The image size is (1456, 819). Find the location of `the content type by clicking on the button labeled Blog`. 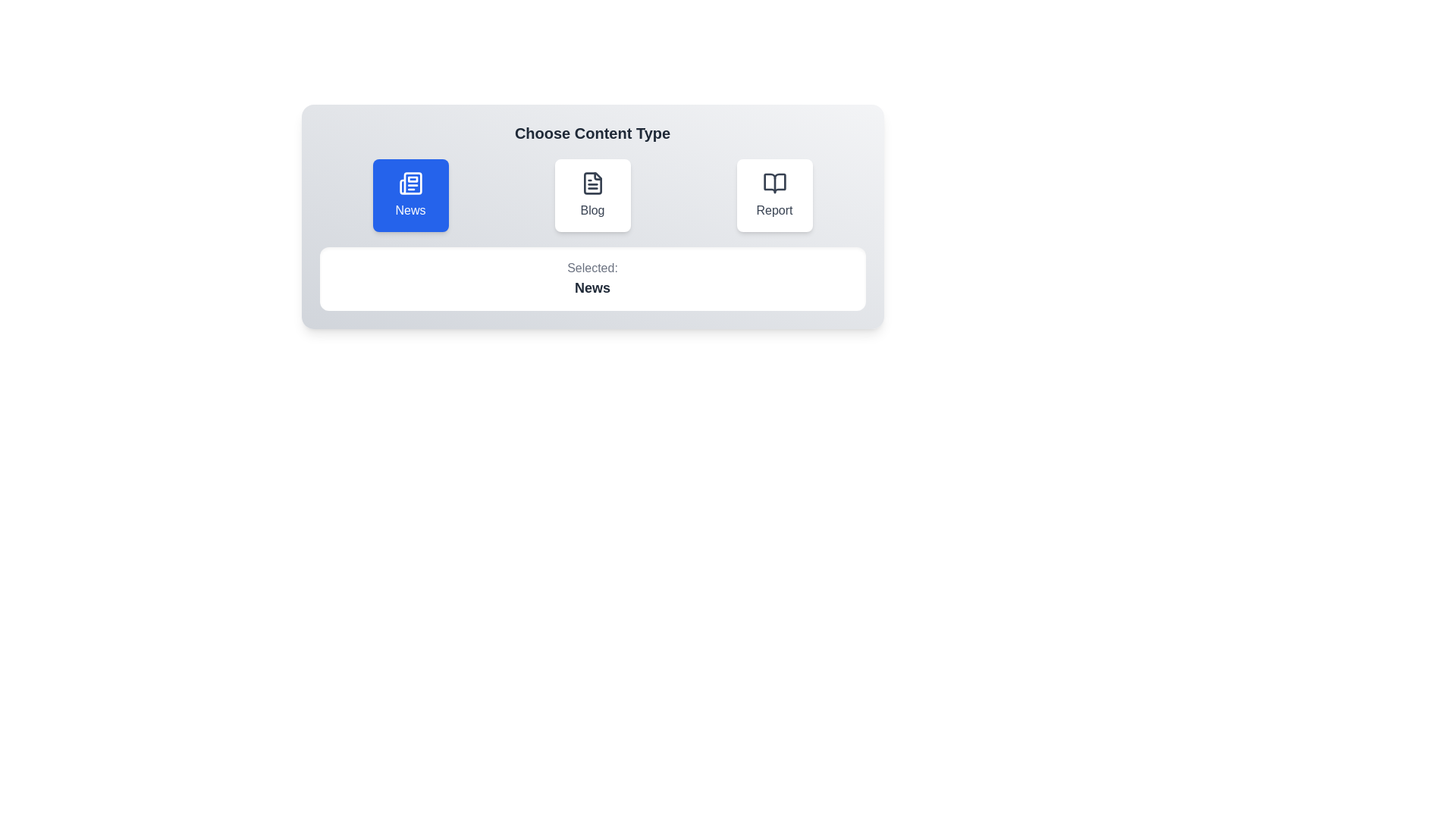

the content type by clicking on the button labeled Blog is located at coordinates (591, 195).